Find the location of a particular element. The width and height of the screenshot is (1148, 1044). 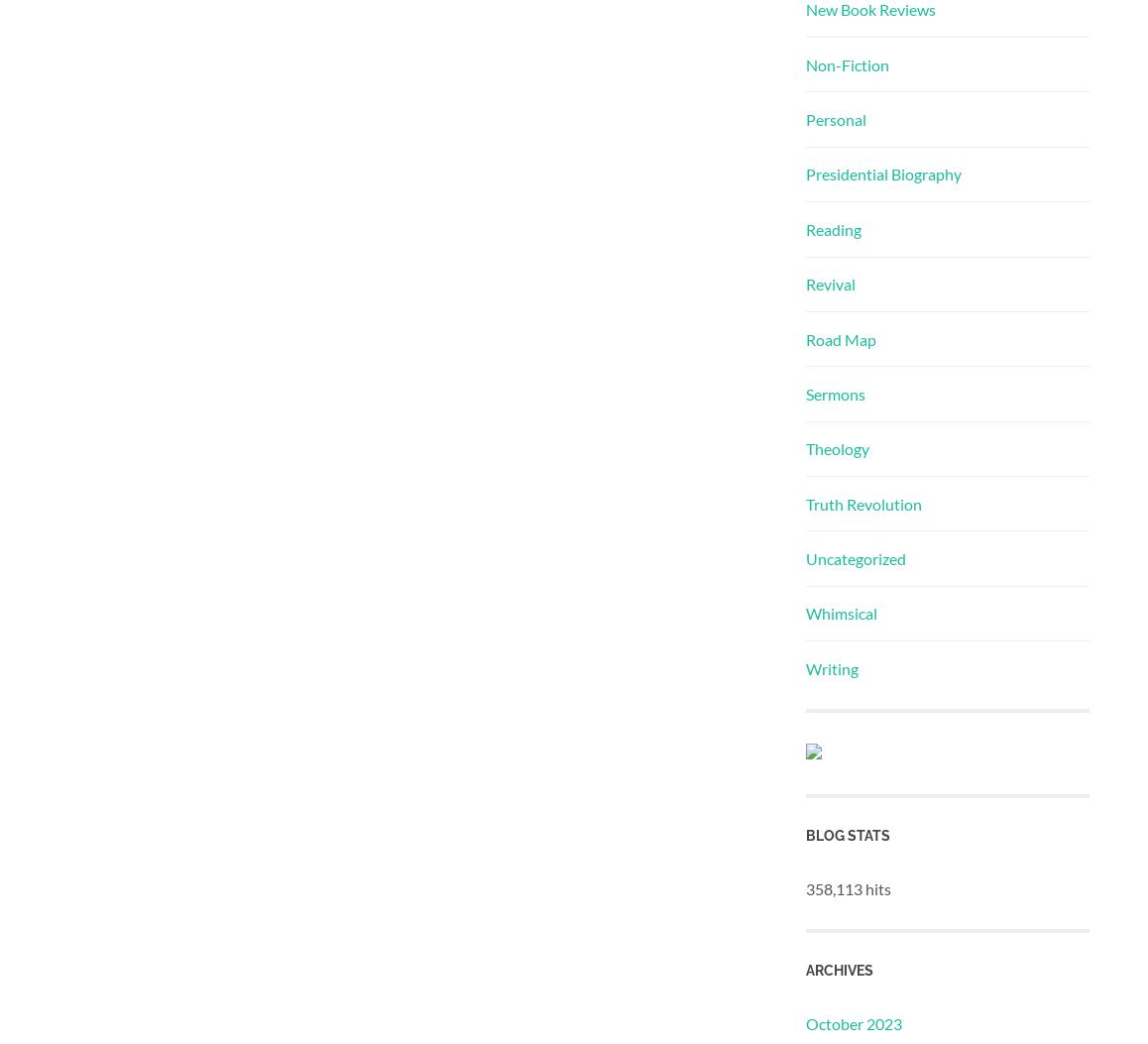

'Reading' is located at coordinates (833, 228).